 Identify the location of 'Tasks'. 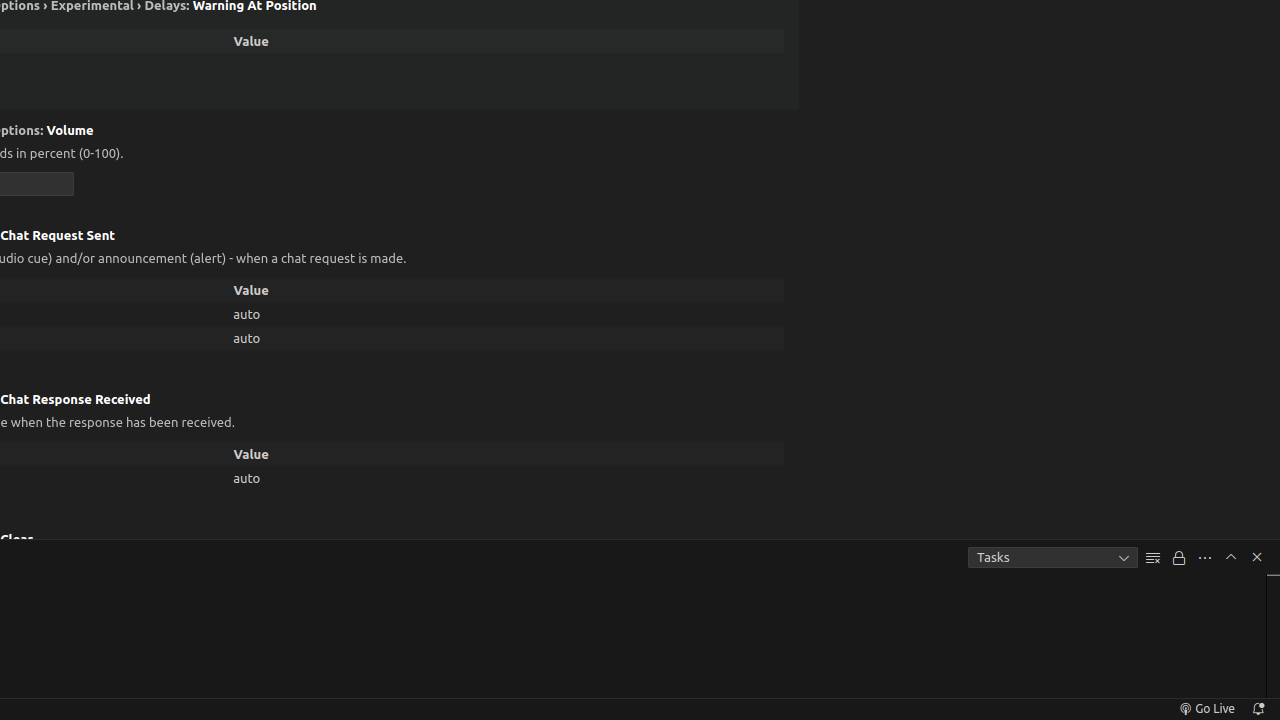
(1052, 557).